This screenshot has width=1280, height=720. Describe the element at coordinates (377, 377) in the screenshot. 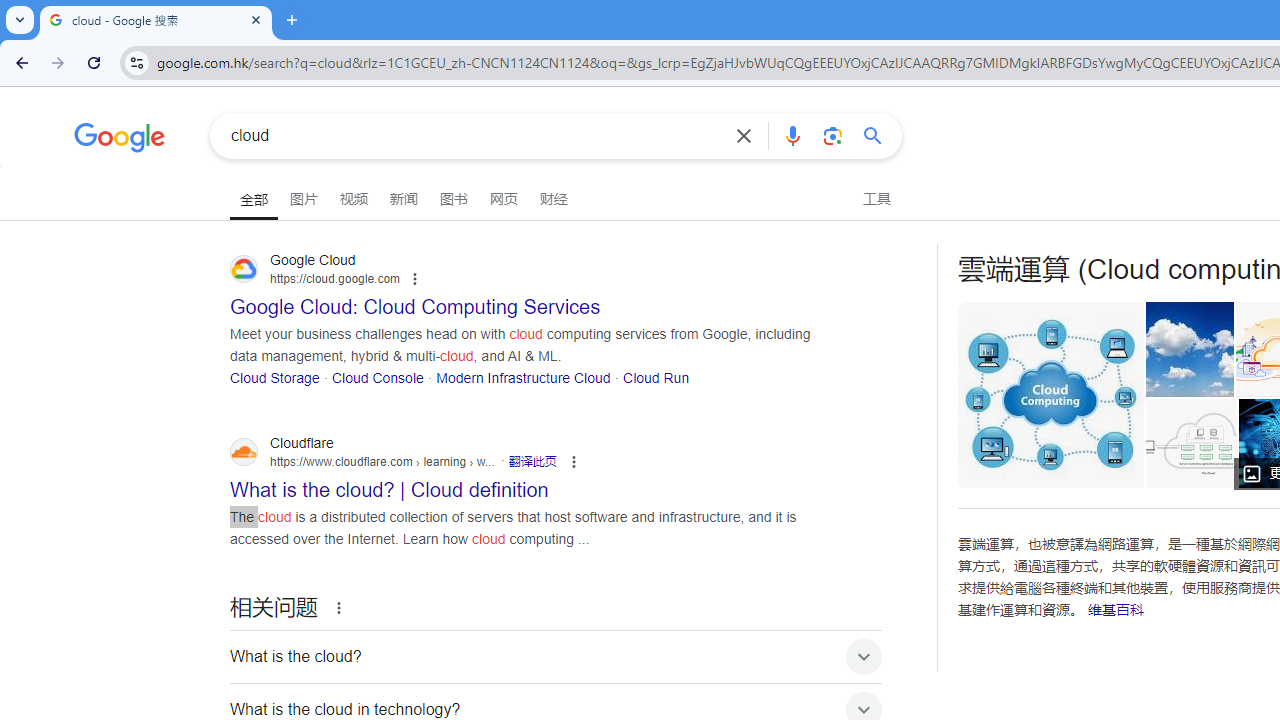

I see `'Cloud Console'` at that location.